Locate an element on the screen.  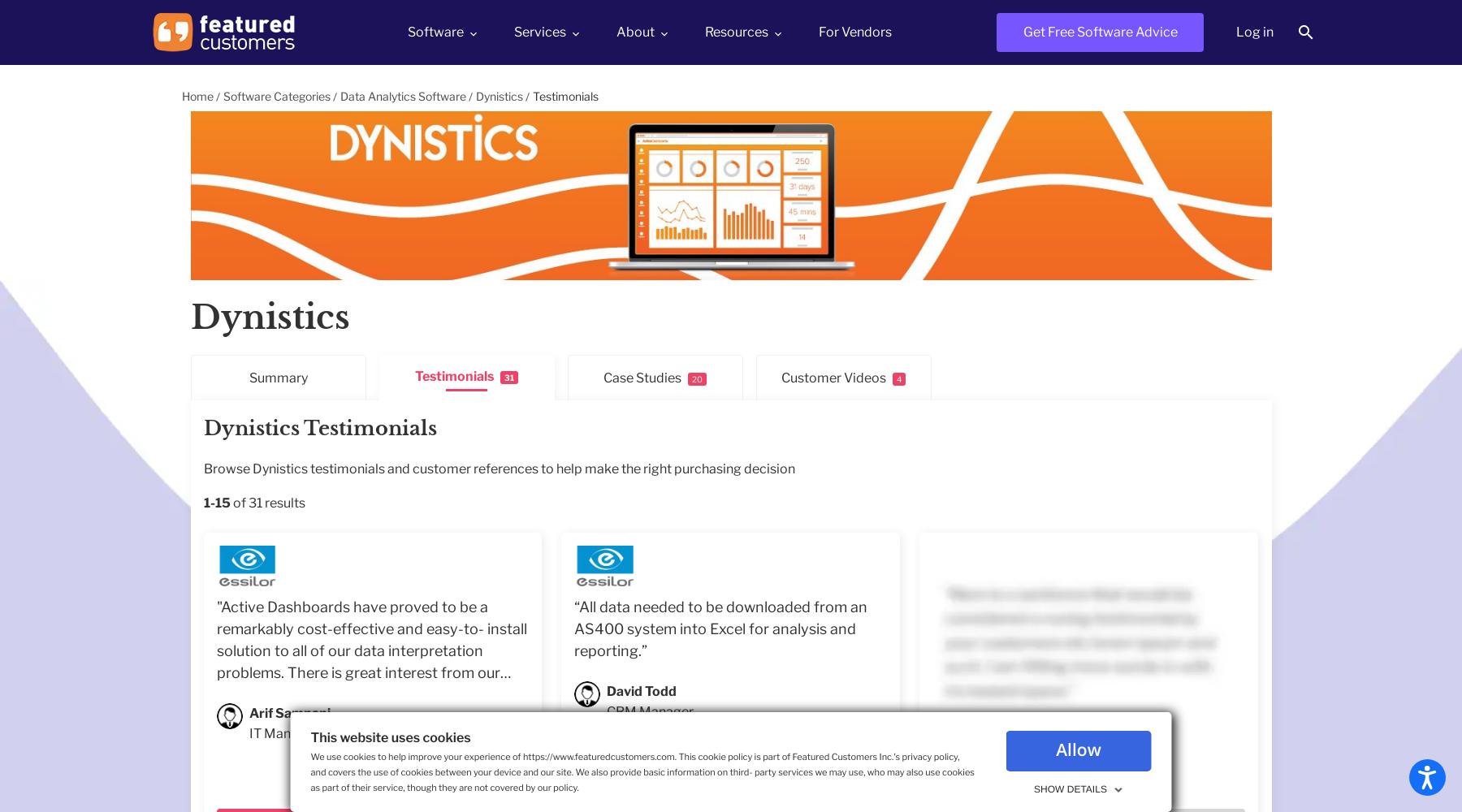
'Add Your Company' is located at coordinates (763, 117).